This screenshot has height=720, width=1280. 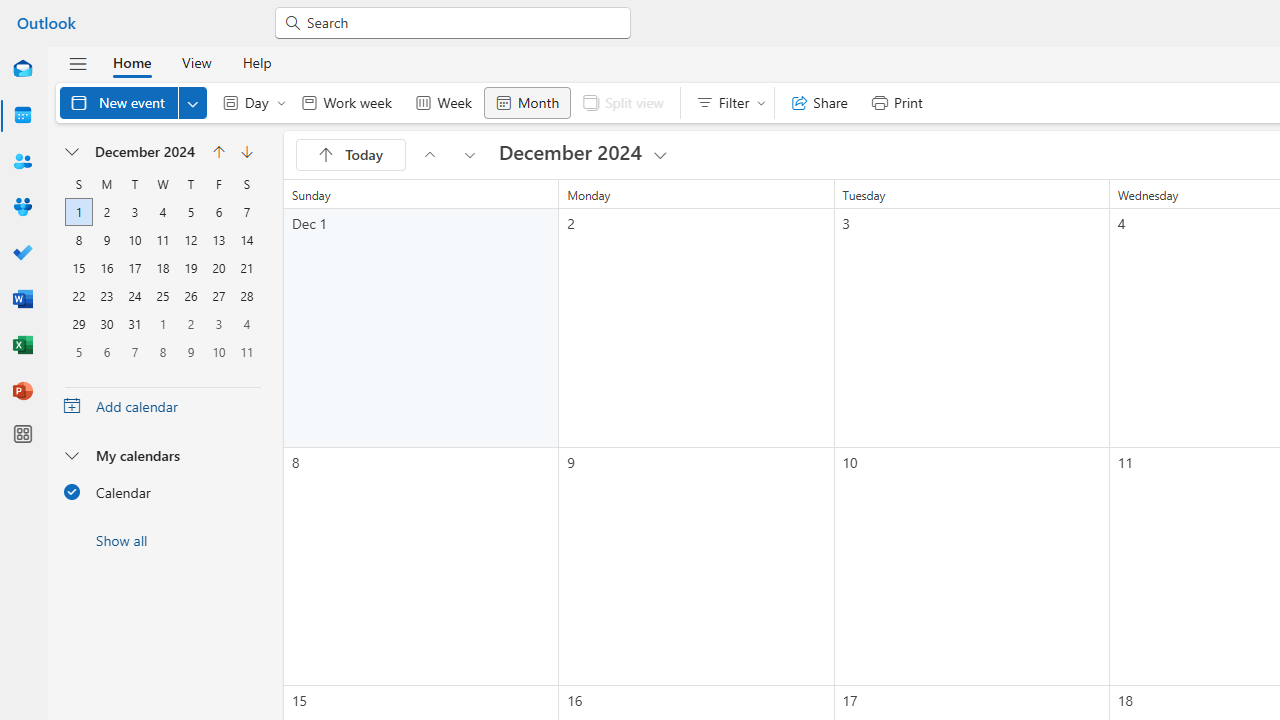 I want to click on 'People', so click(x=23, y=161).